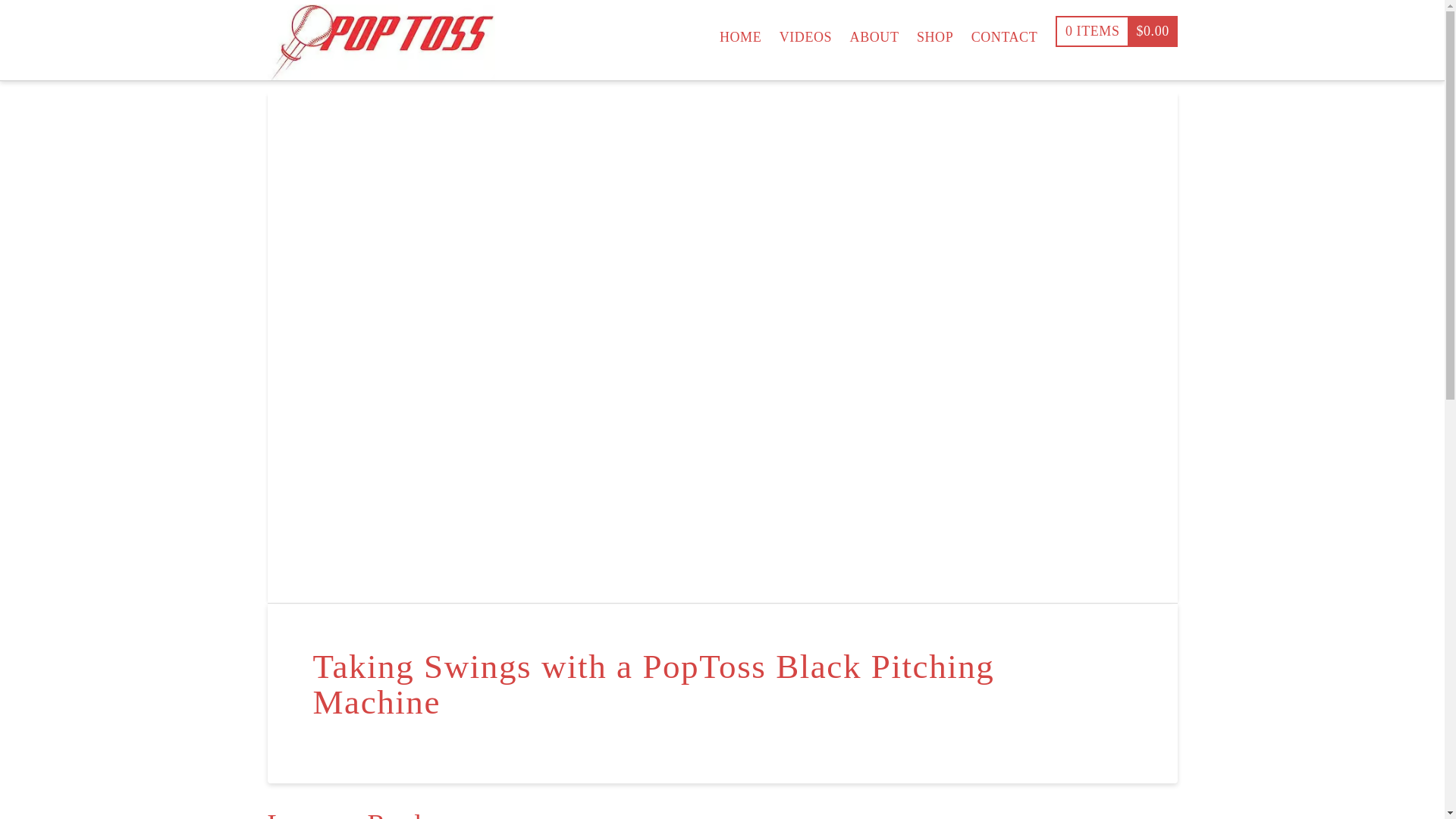 The image size is (1456, 819). What do you see at coordinates (805, 30) in the screenshot?
I see `'VIDEOS'` at bounding box center [805, 30].